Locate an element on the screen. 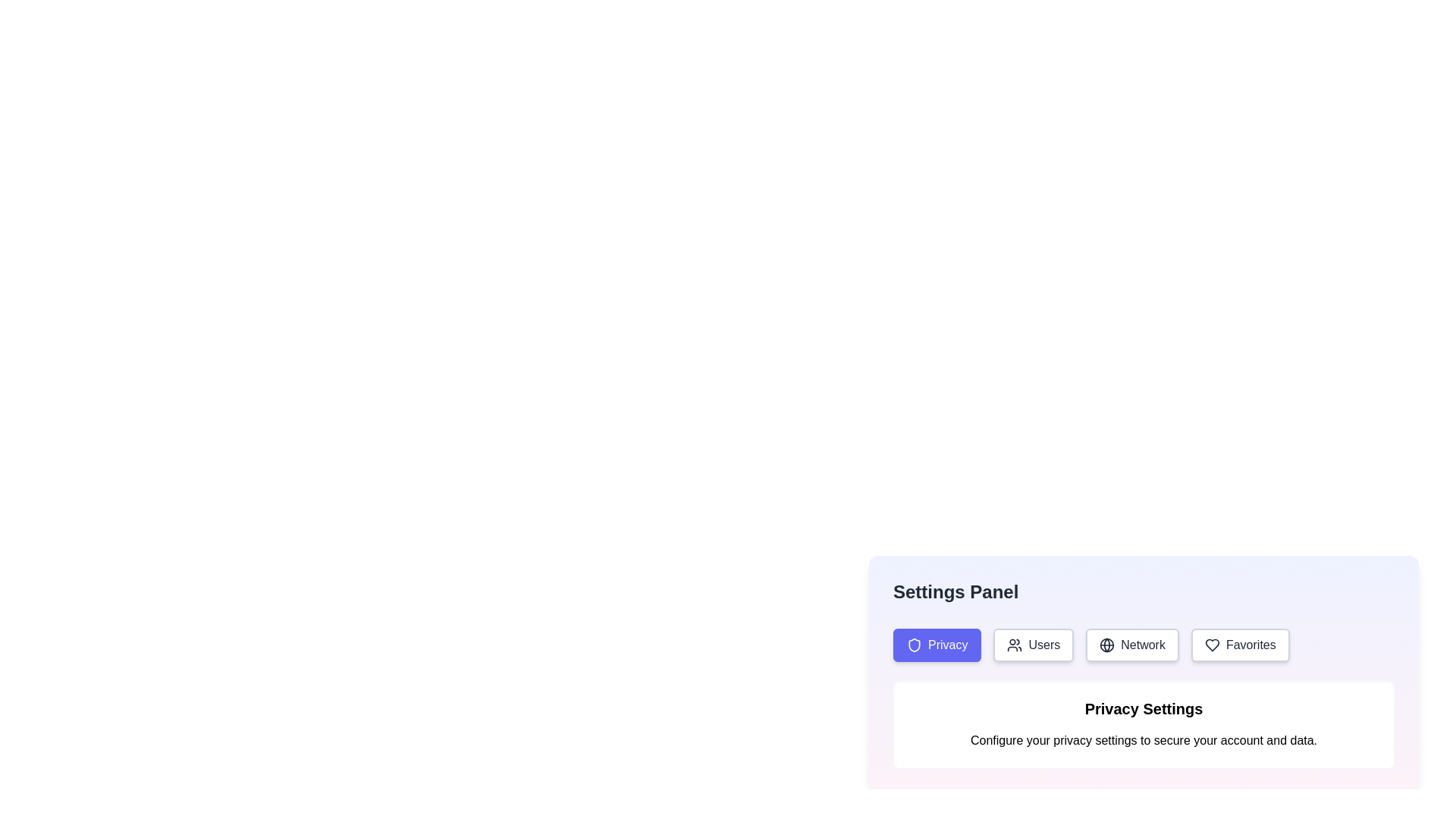  the 'users' icon located to the left of the 'Users' navigation button in the settings panel is located at coordinates (1015, 645).